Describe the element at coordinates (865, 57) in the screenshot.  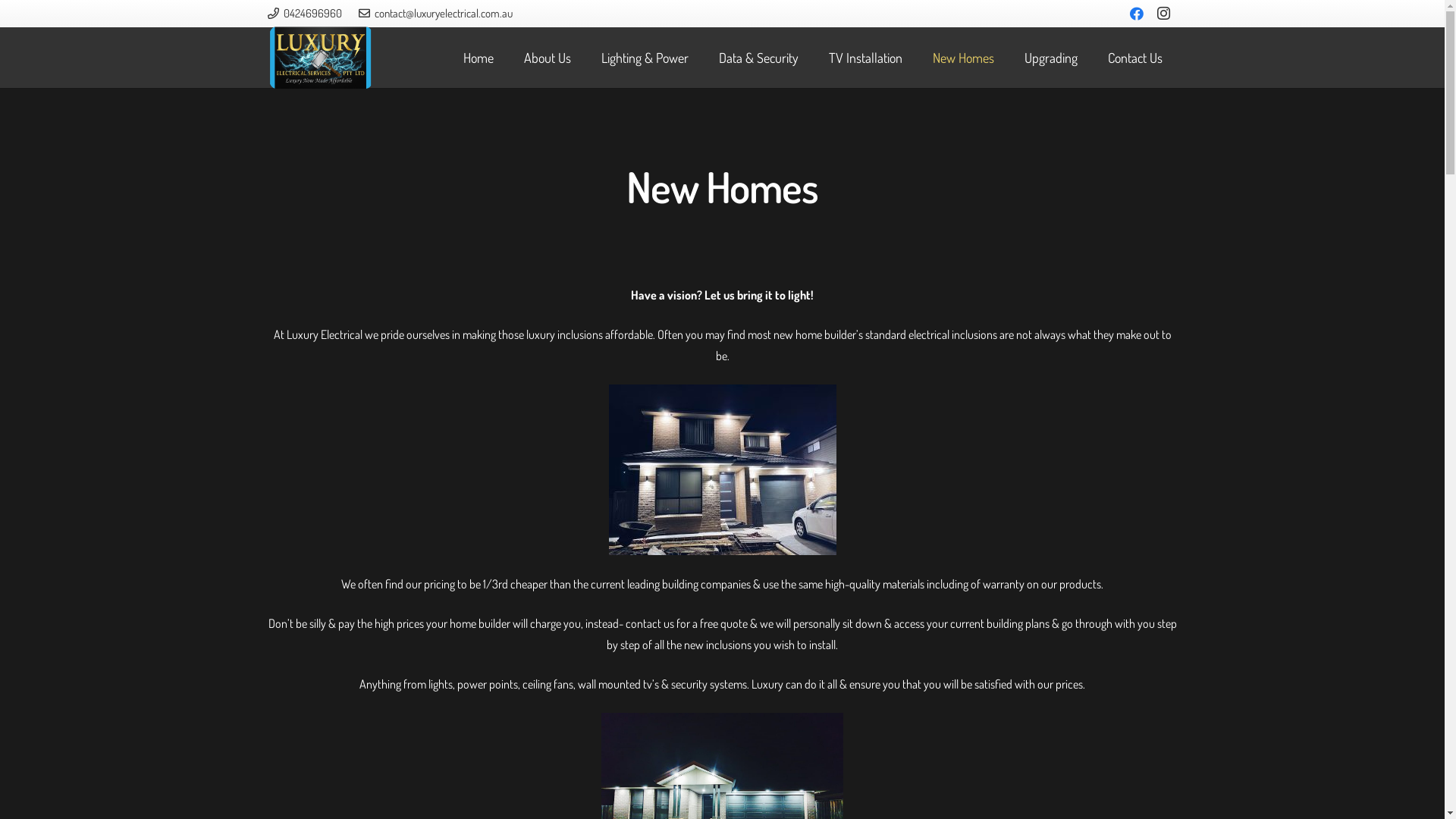
I see `'TV Installation'` at that location.